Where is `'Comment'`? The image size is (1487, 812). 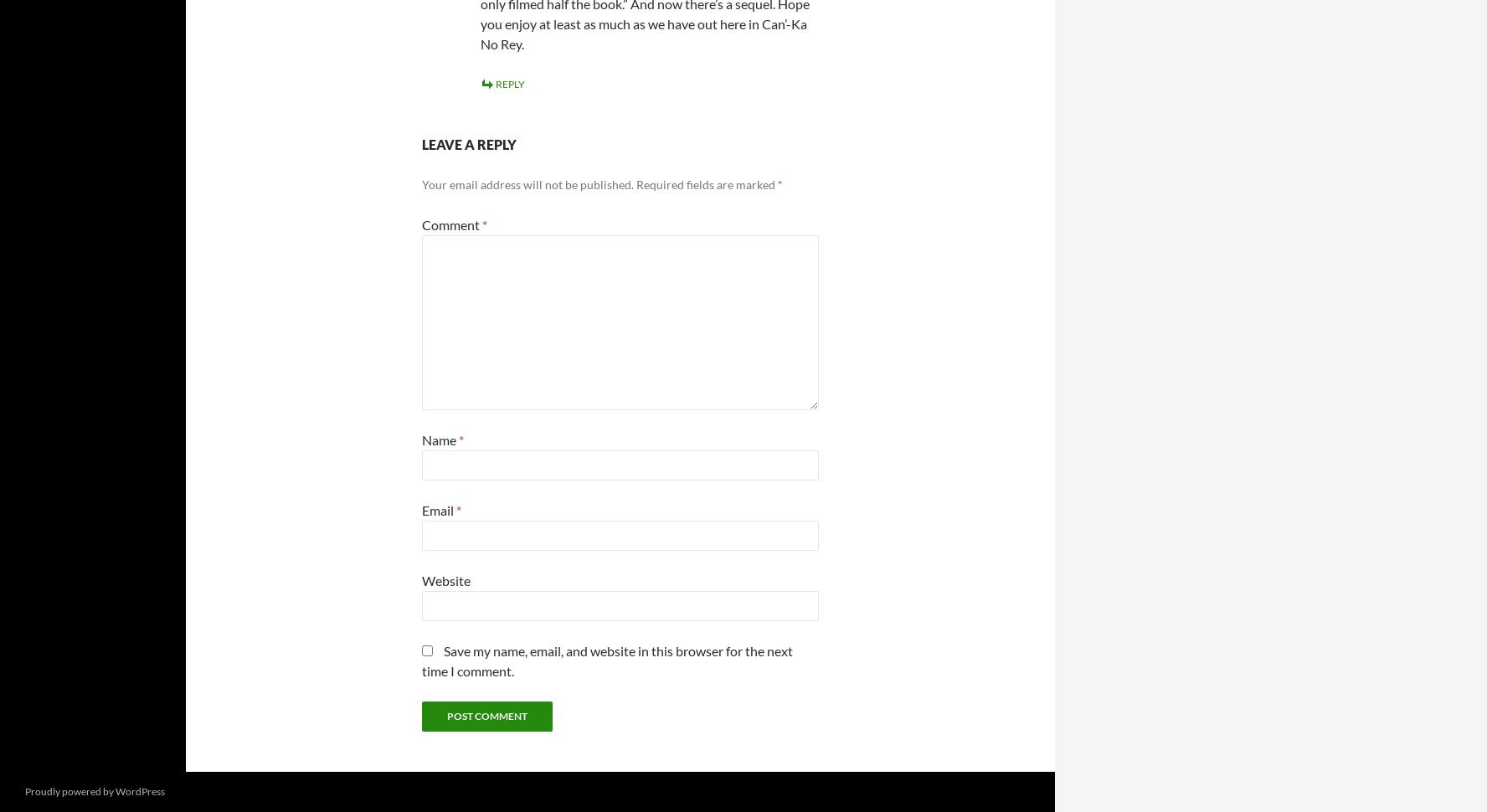
'Comment' is located at coordinates (452, 223).